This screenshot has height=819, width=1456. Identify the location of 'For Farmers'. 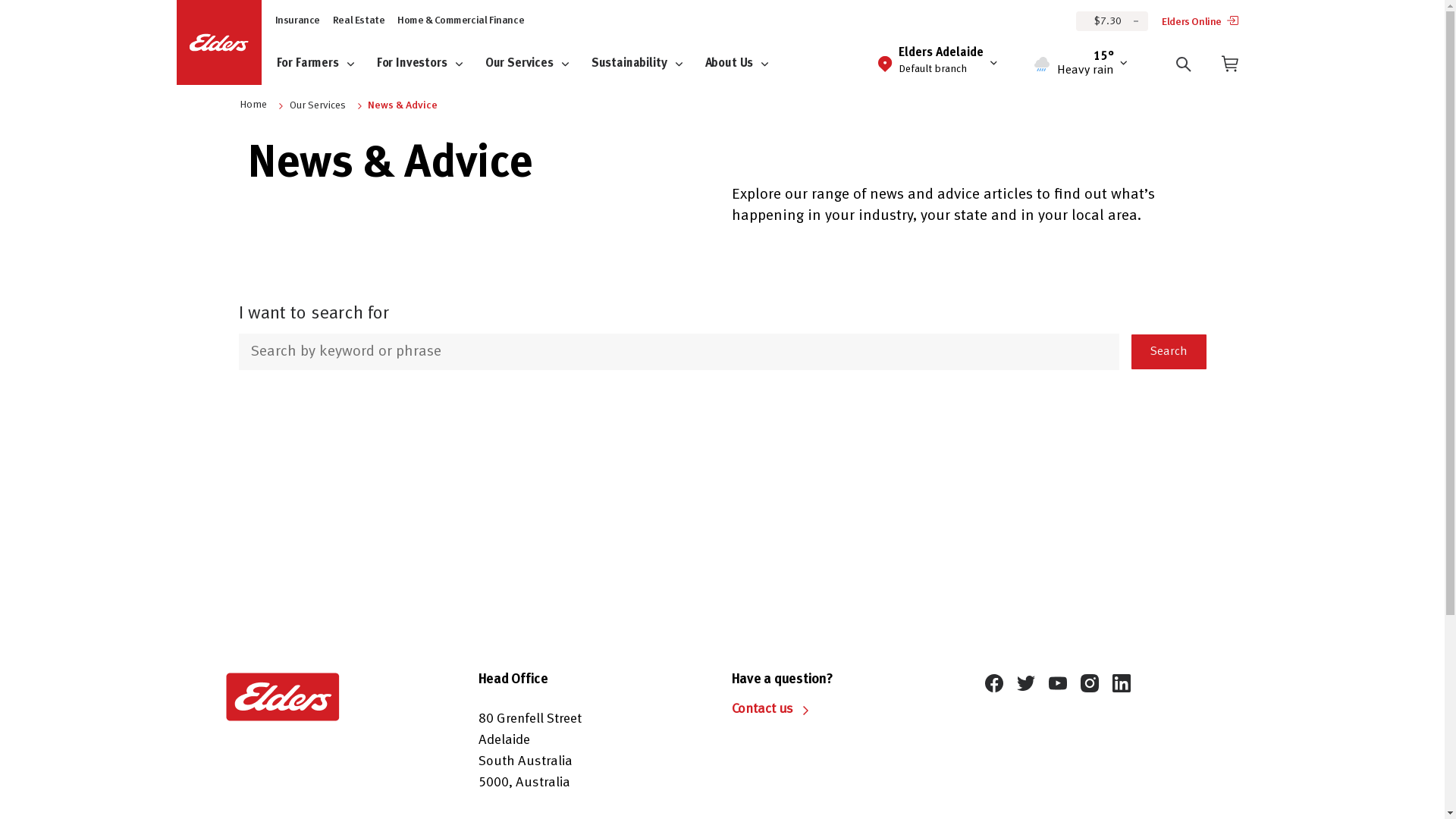
(322, 63).